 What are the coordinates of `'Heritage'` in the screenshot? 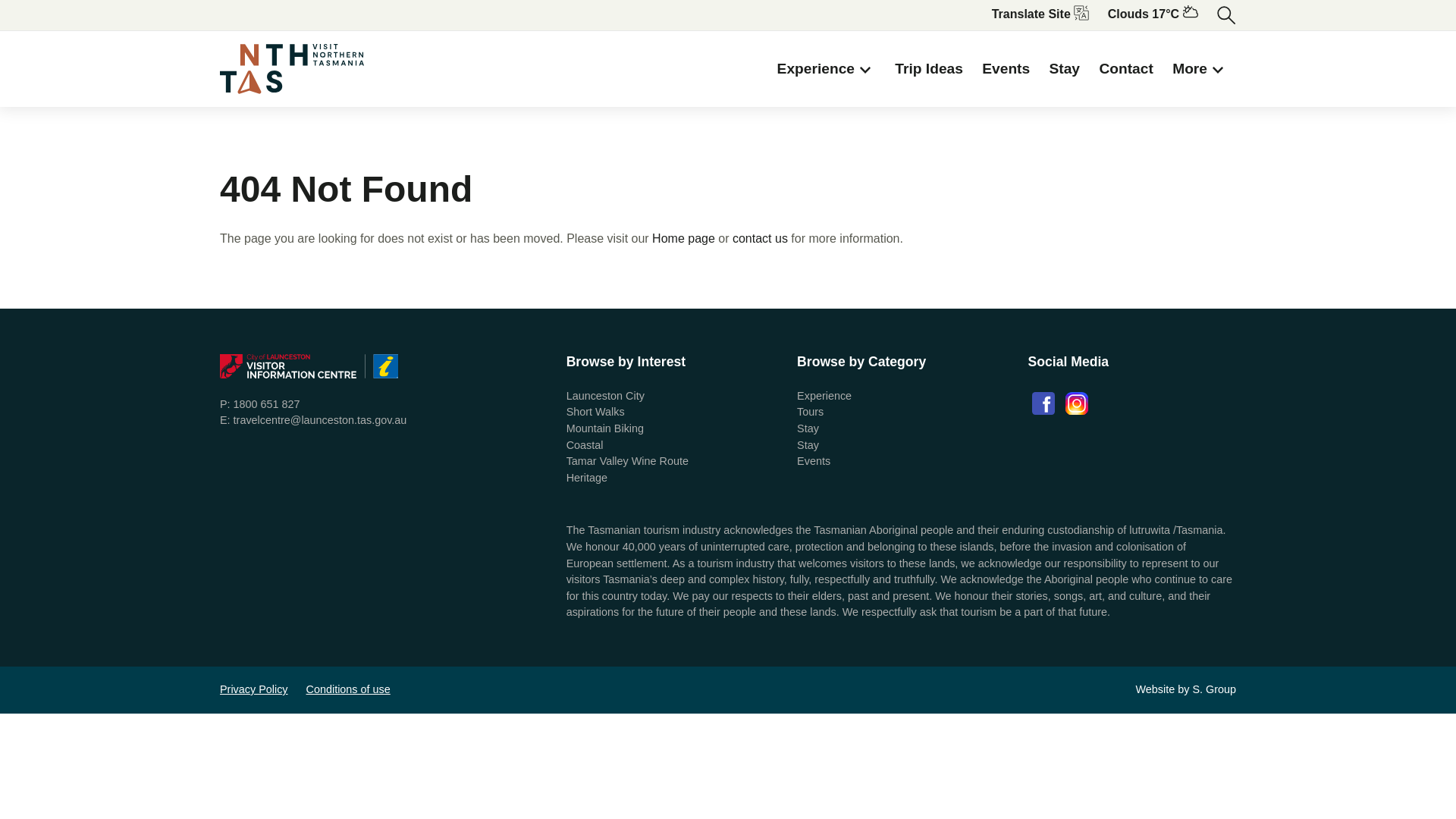 It's located at (566, 476).